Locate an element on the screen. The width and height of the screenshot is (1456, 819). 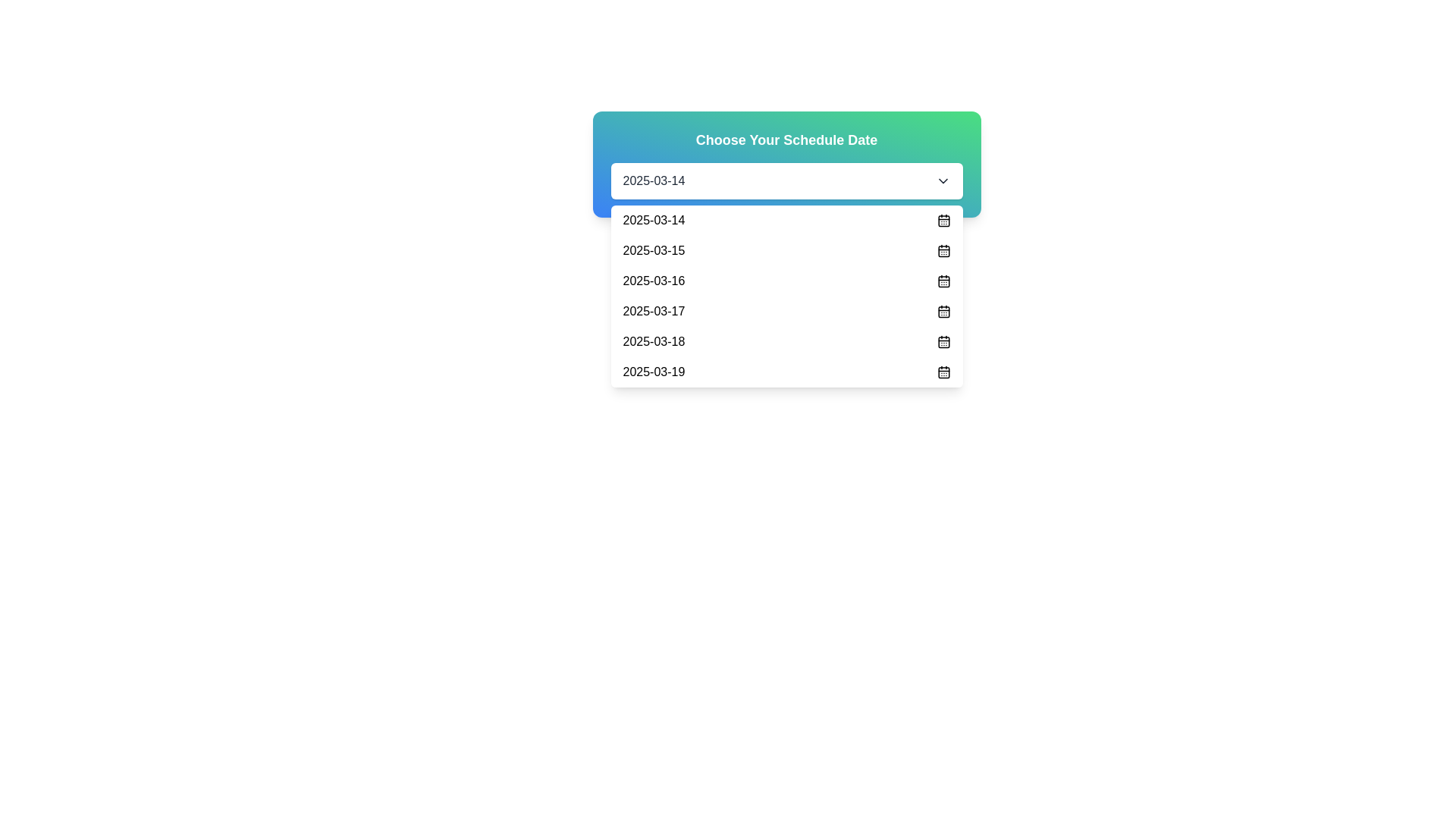
selectable option for the date '2025-03-15' in the date picker dropdown menu, which is the second item in the list of dates is located at coordinates (786, 250).